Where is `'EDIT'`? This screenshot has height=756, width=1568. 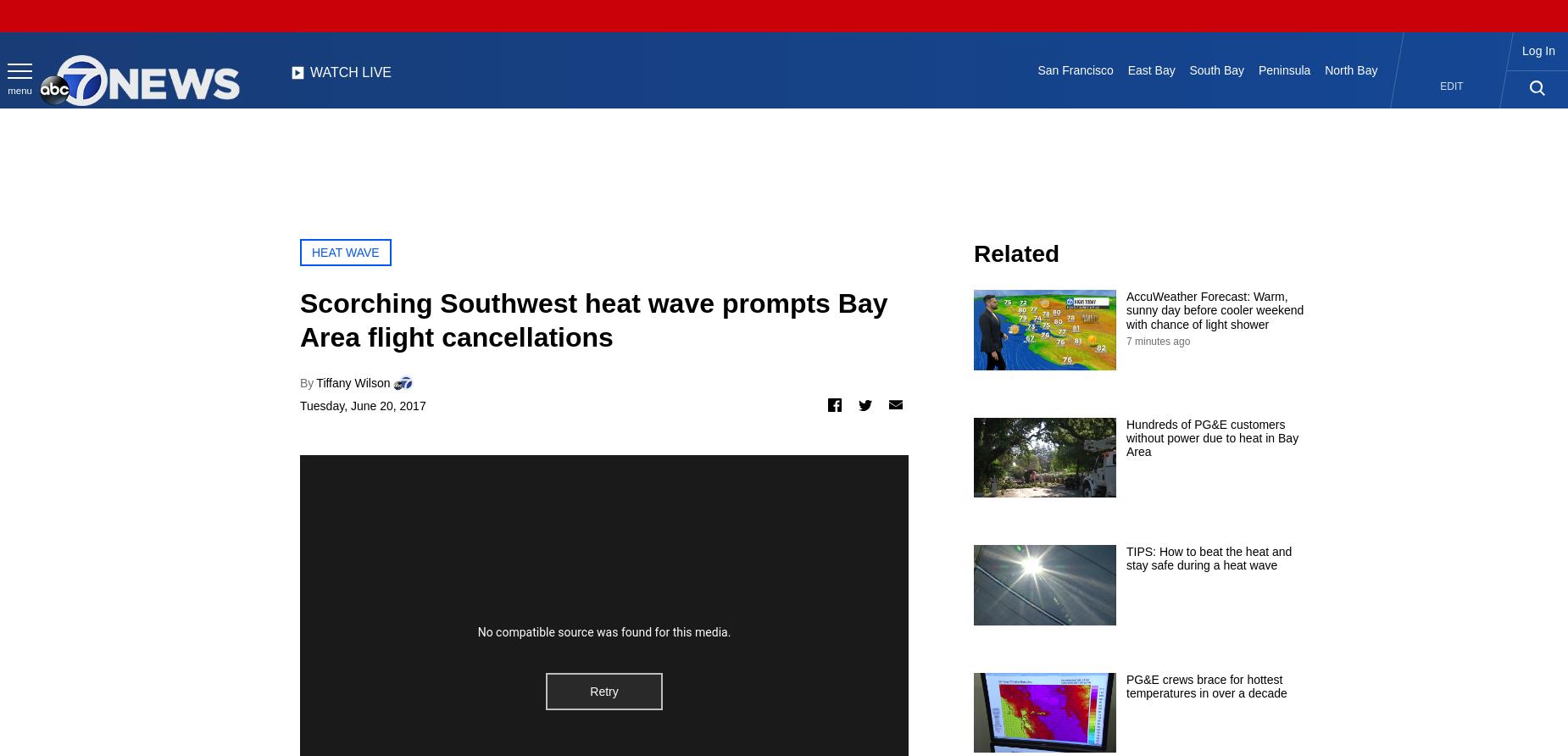
'EDIT' is located at coordinates (1451, 86).